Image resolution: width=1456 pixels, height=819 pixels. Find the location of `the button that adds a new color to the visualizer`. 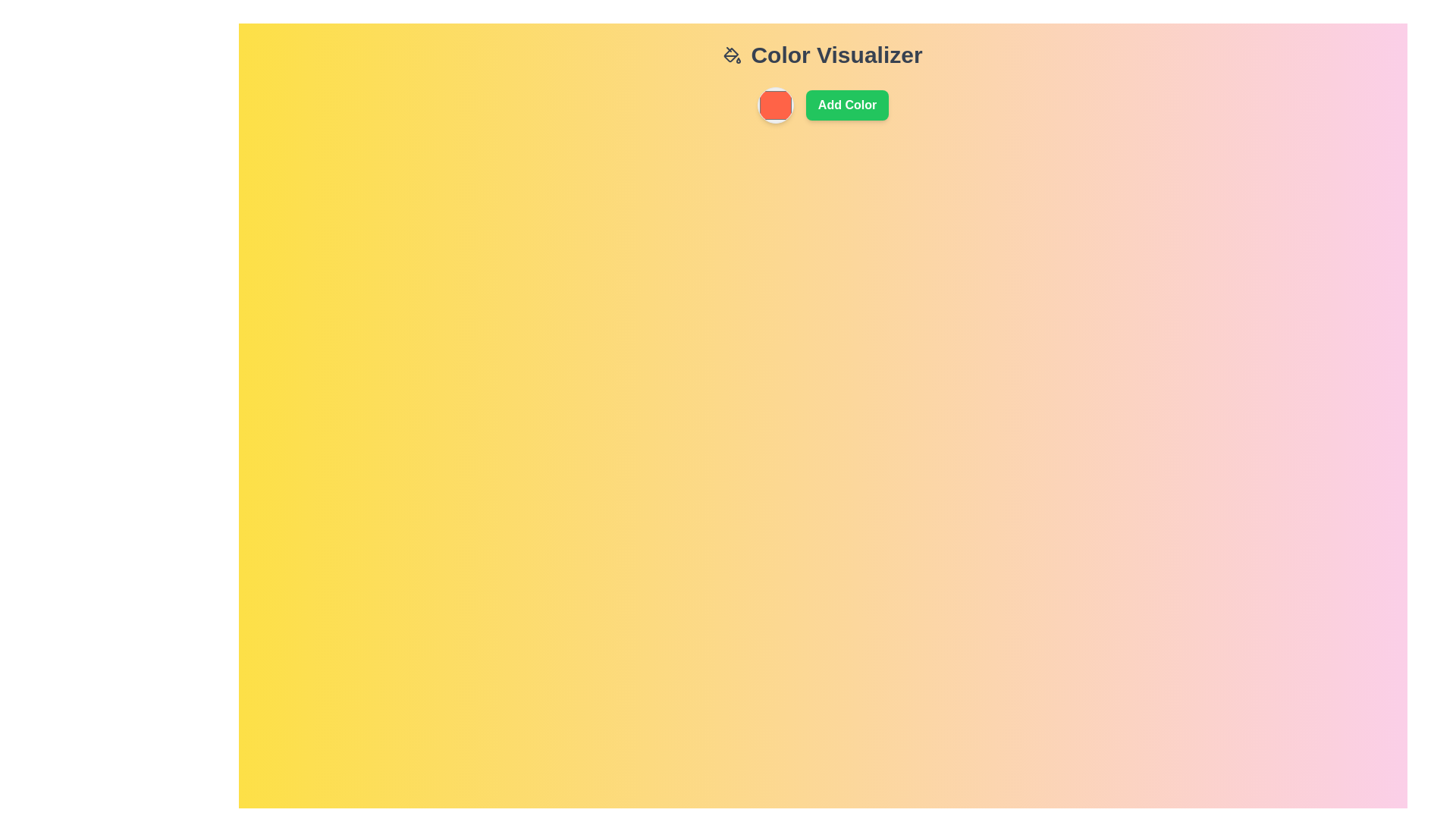

the button that adds a new color to the visualizer is located at coordinates (846, 104).